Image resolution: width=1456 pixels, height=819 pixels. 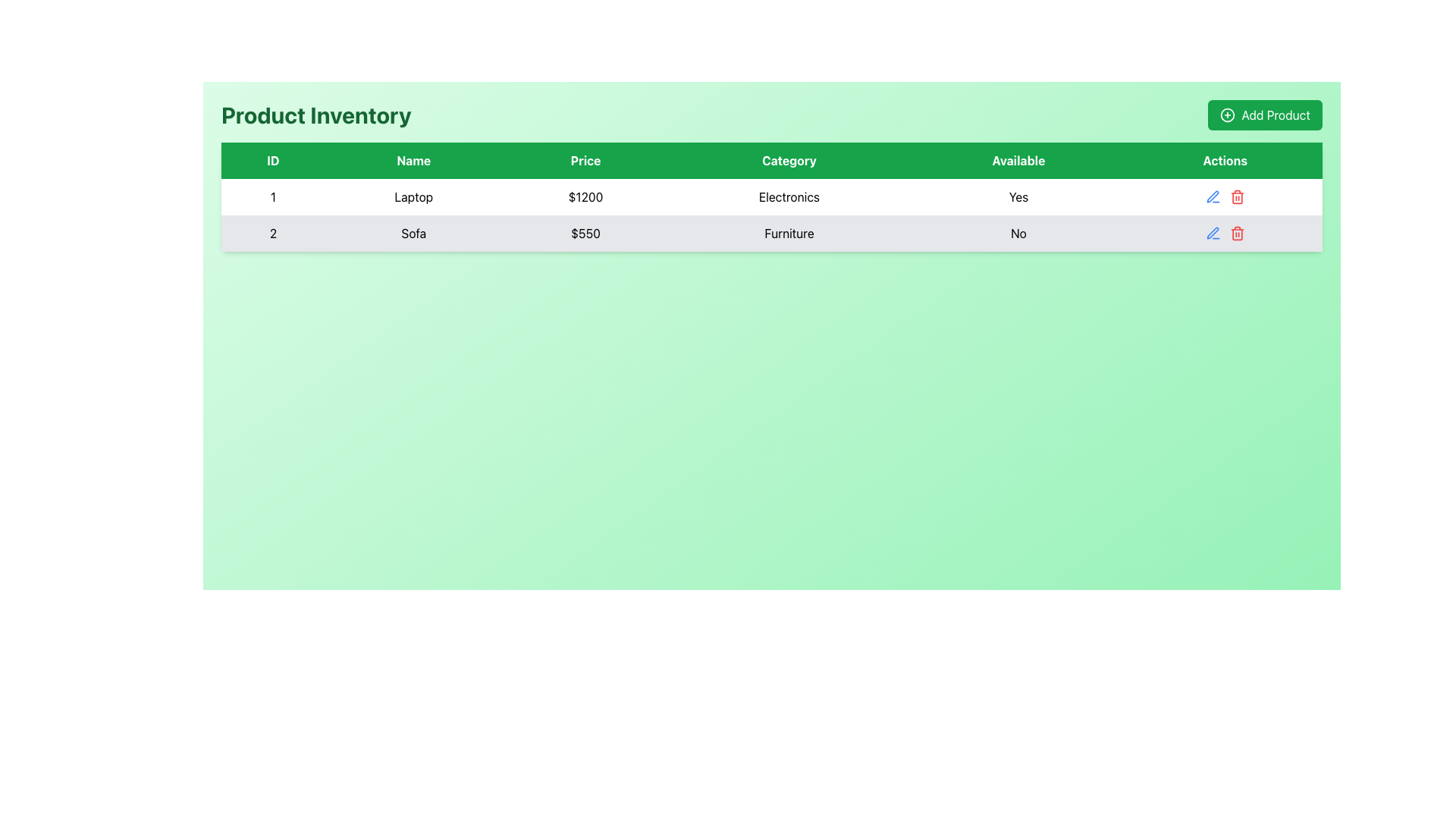 What do you see at coordinates (1228, 114) in the screenshot?
I see `the Circular Icon with a Plus Sign that signifies the action of adding a product, located to the left of the 'Add Product' text in the top-right corner of the layout` at bounding box center [1228, 114].